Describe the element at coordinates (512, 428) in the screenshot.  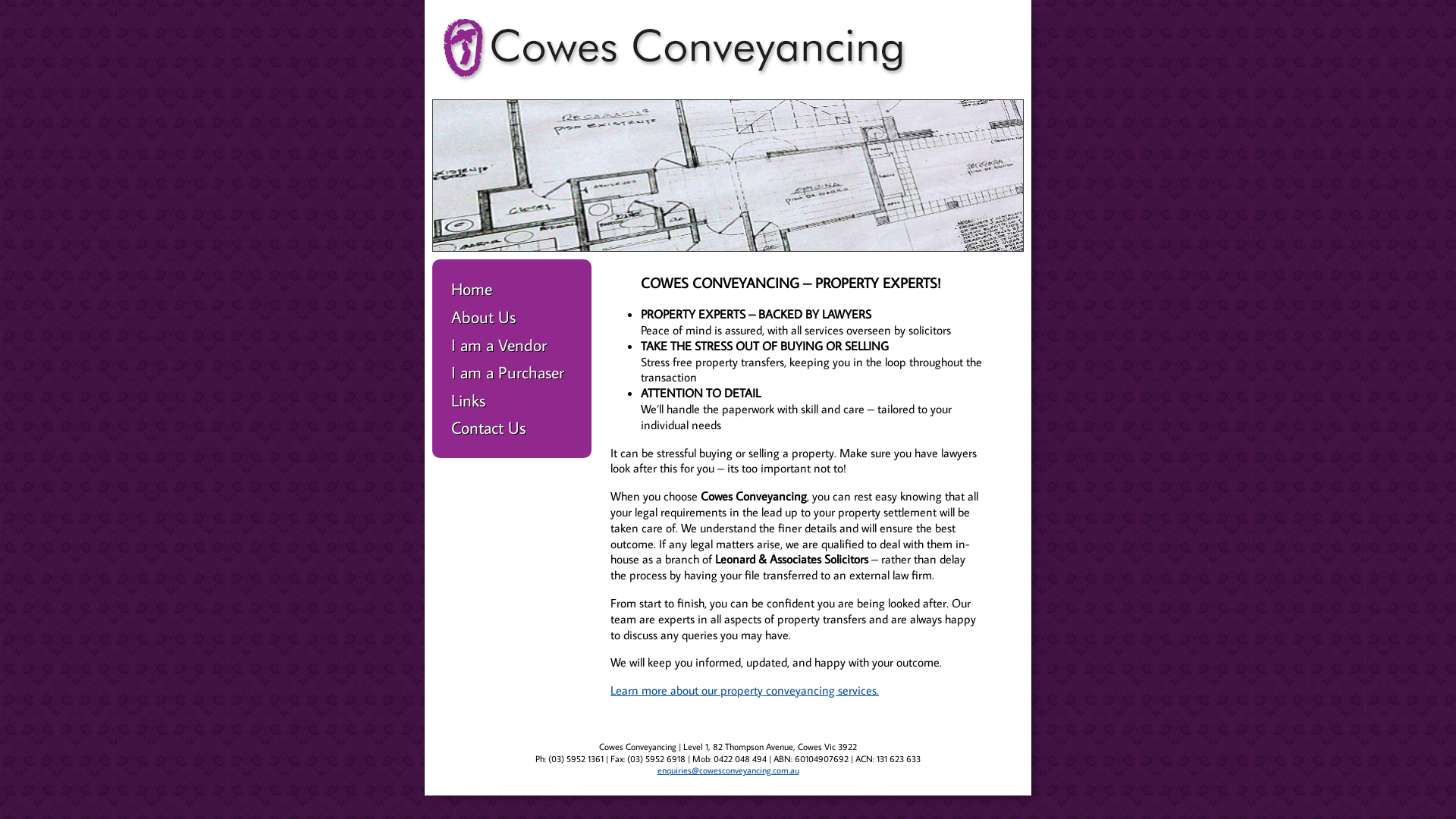
I see `'Contact Us'` at that location.